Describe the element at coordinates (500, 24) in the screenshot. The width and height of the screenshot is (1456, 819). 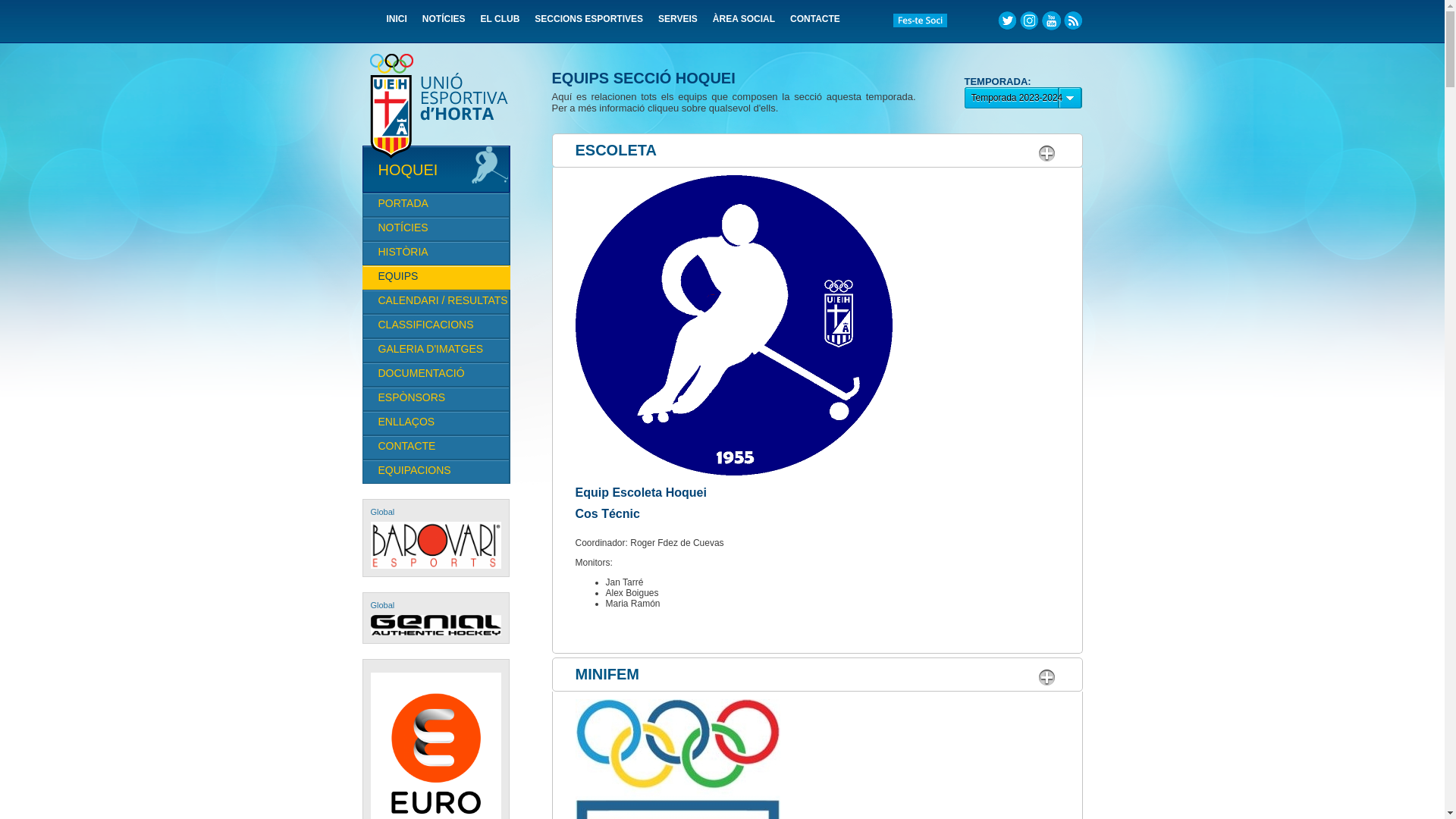
I see `'EL CLUB'` at that location.